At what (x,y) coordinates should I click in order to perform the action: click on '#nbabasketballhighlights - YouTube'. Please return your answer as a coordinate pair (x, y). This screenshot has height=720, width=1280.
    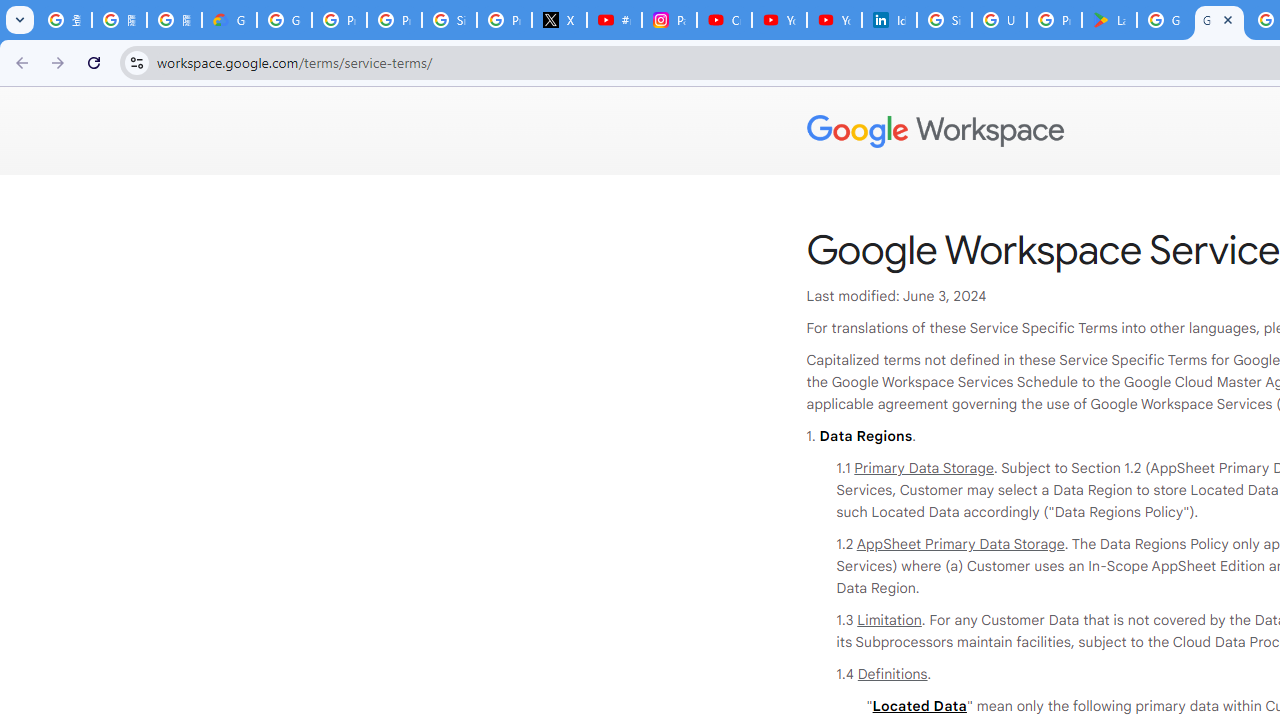
    Looking at the image, I should click on (614, 20).